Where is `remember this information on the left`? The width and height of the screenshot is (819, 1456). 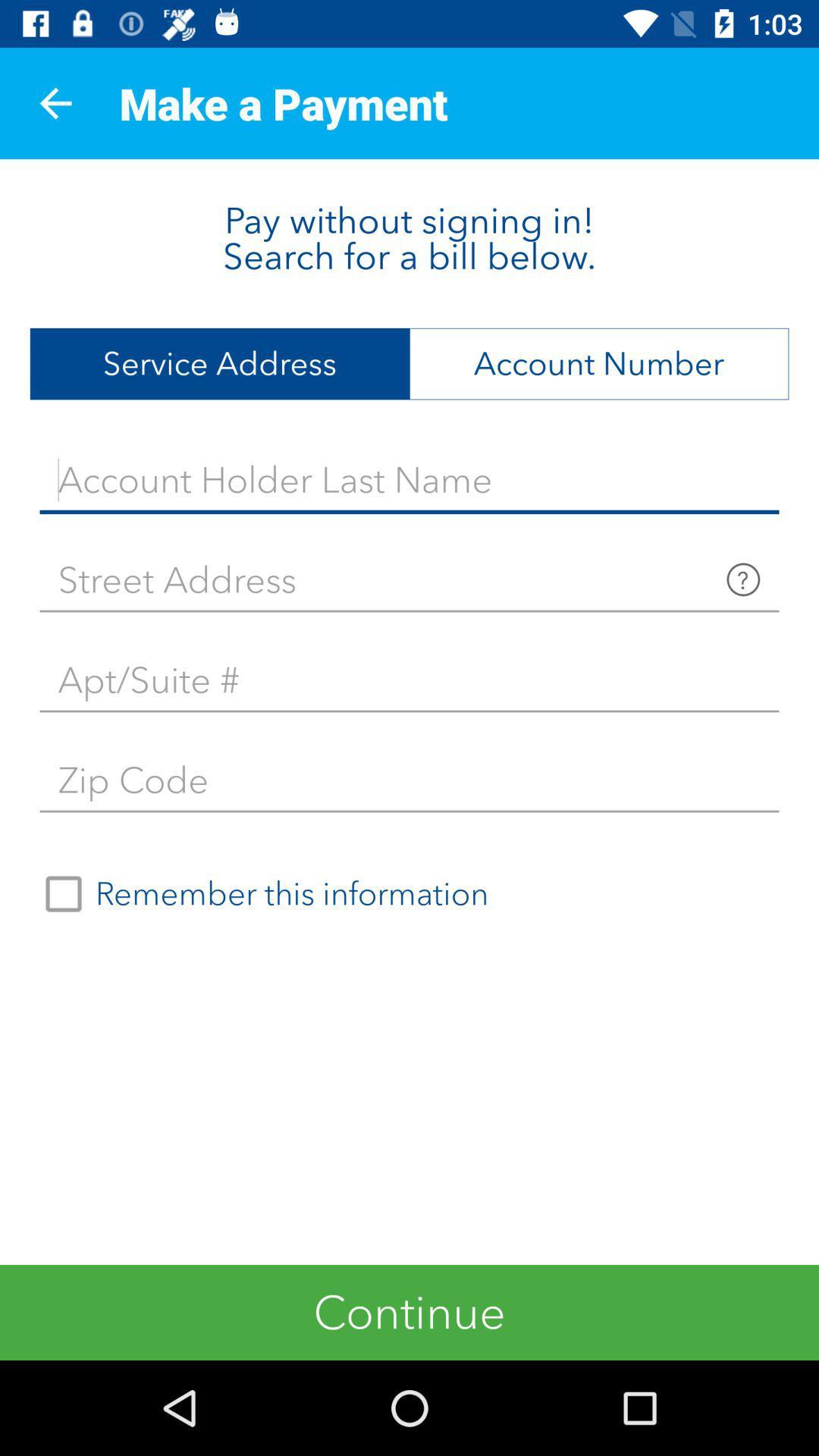
remember this information on the left is located at coordinates (259, 894).